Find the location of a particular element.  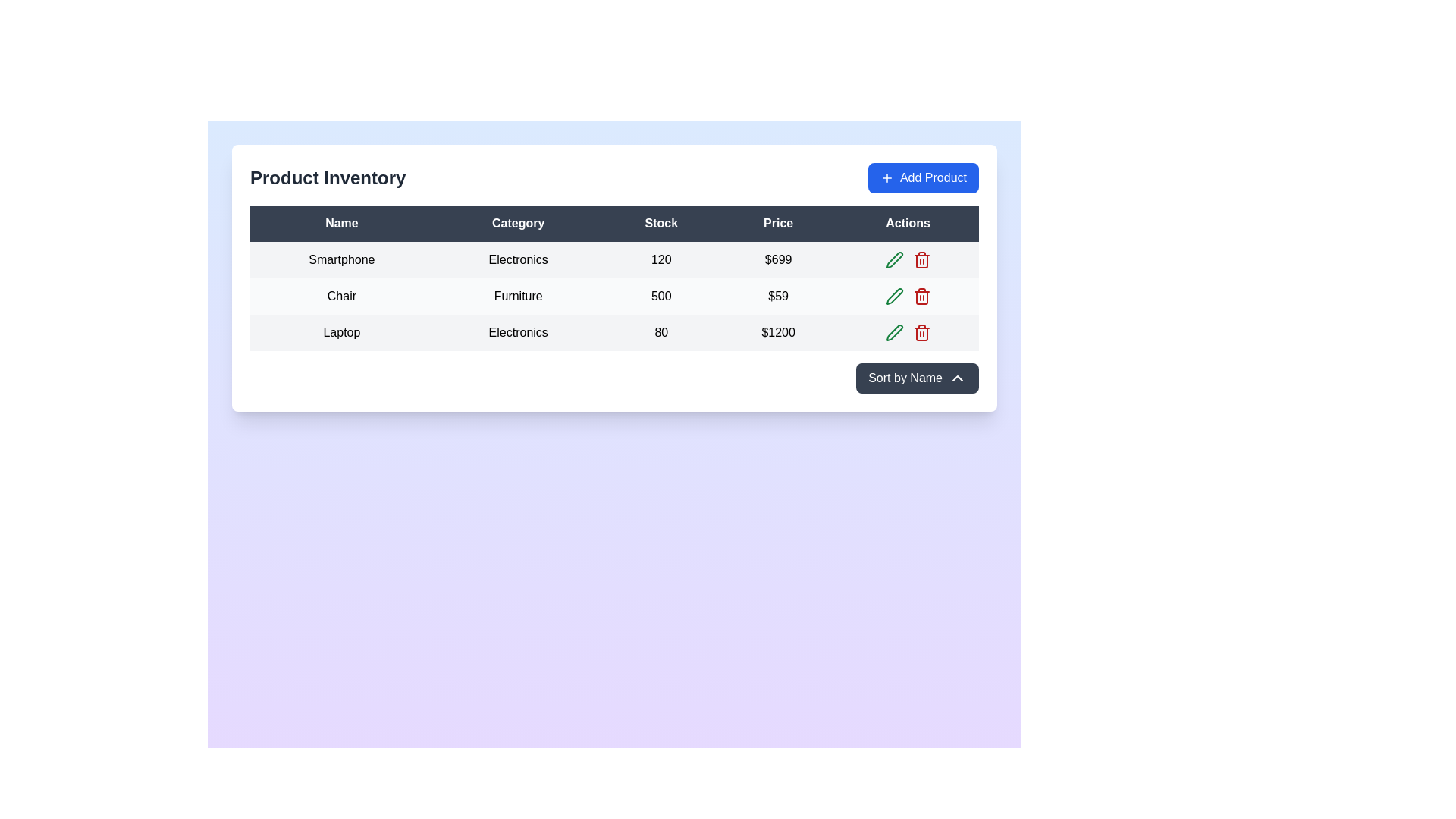

the text display element showing the value '$59' located in the 'Price' column of the table under the 'Furniture' entry is located at coordinates (778, 296).